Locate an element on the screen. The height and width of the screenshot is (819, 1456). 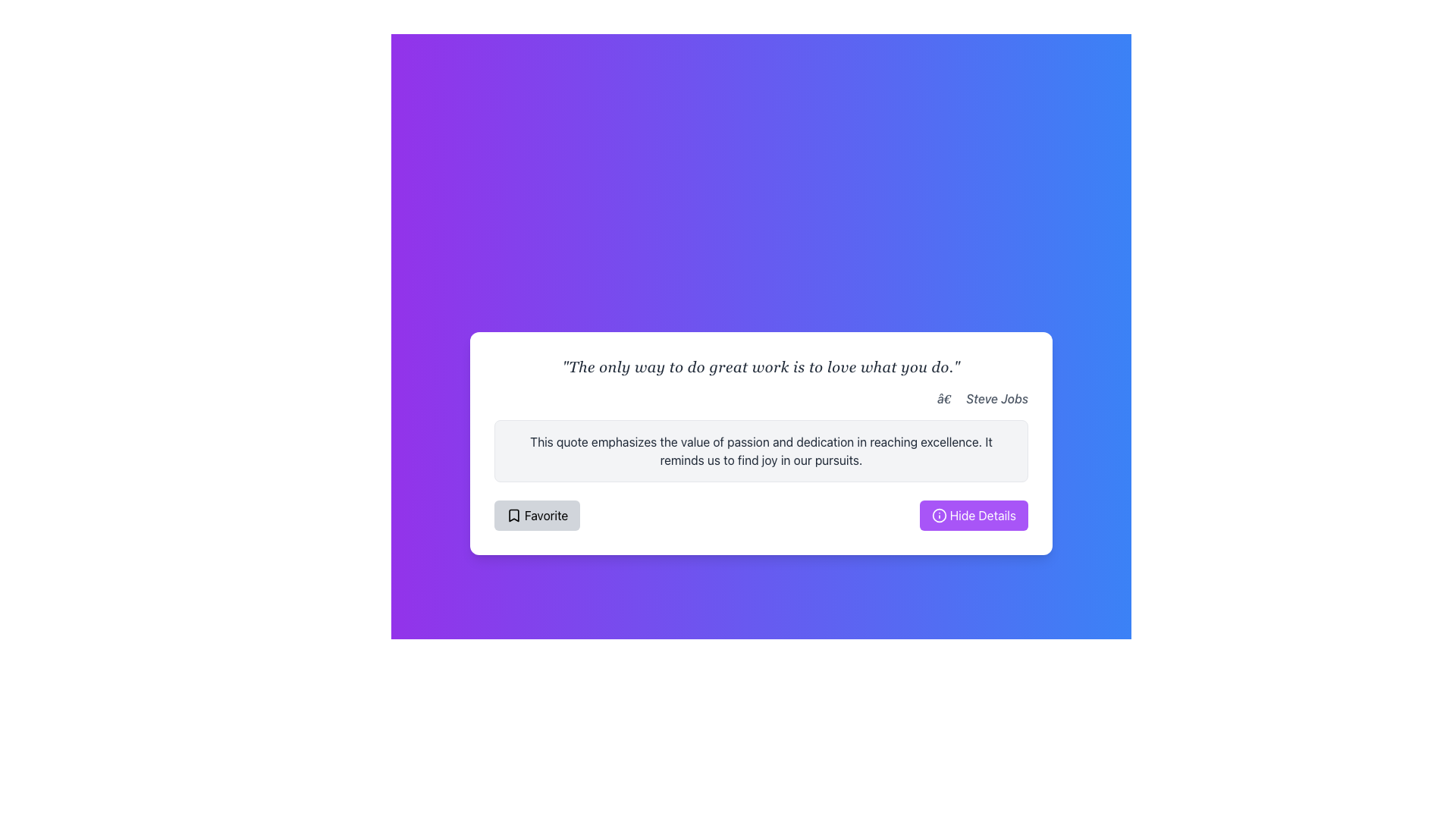
the Static Text Box that provides an explanation for the quote attributed to Steve Jobs, located below the quote and above the buttons is located at coordinates (761, 450).